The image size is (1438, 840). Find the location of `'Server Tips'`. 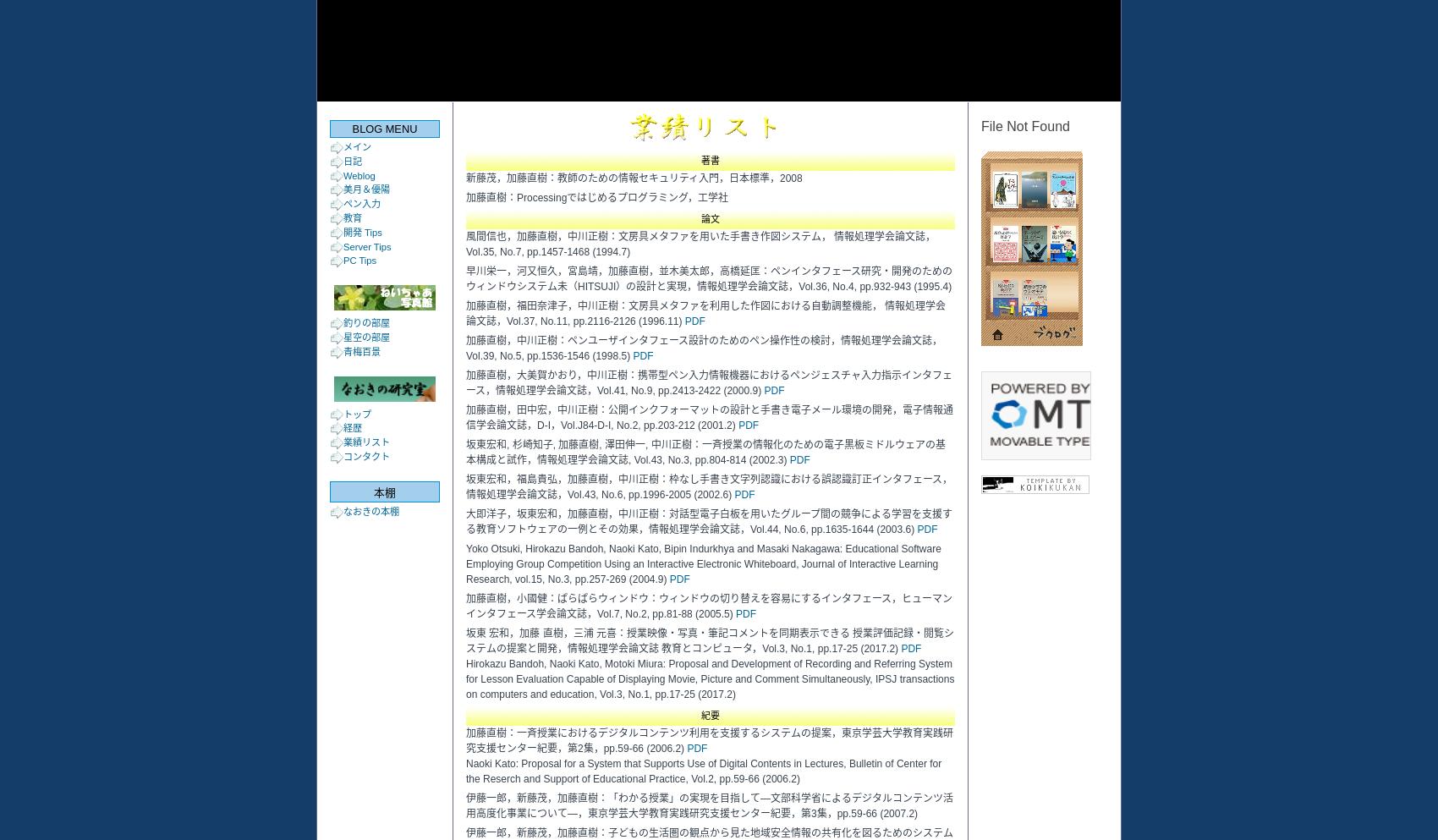

'Server Tips' is located at coordinates (367, 246).